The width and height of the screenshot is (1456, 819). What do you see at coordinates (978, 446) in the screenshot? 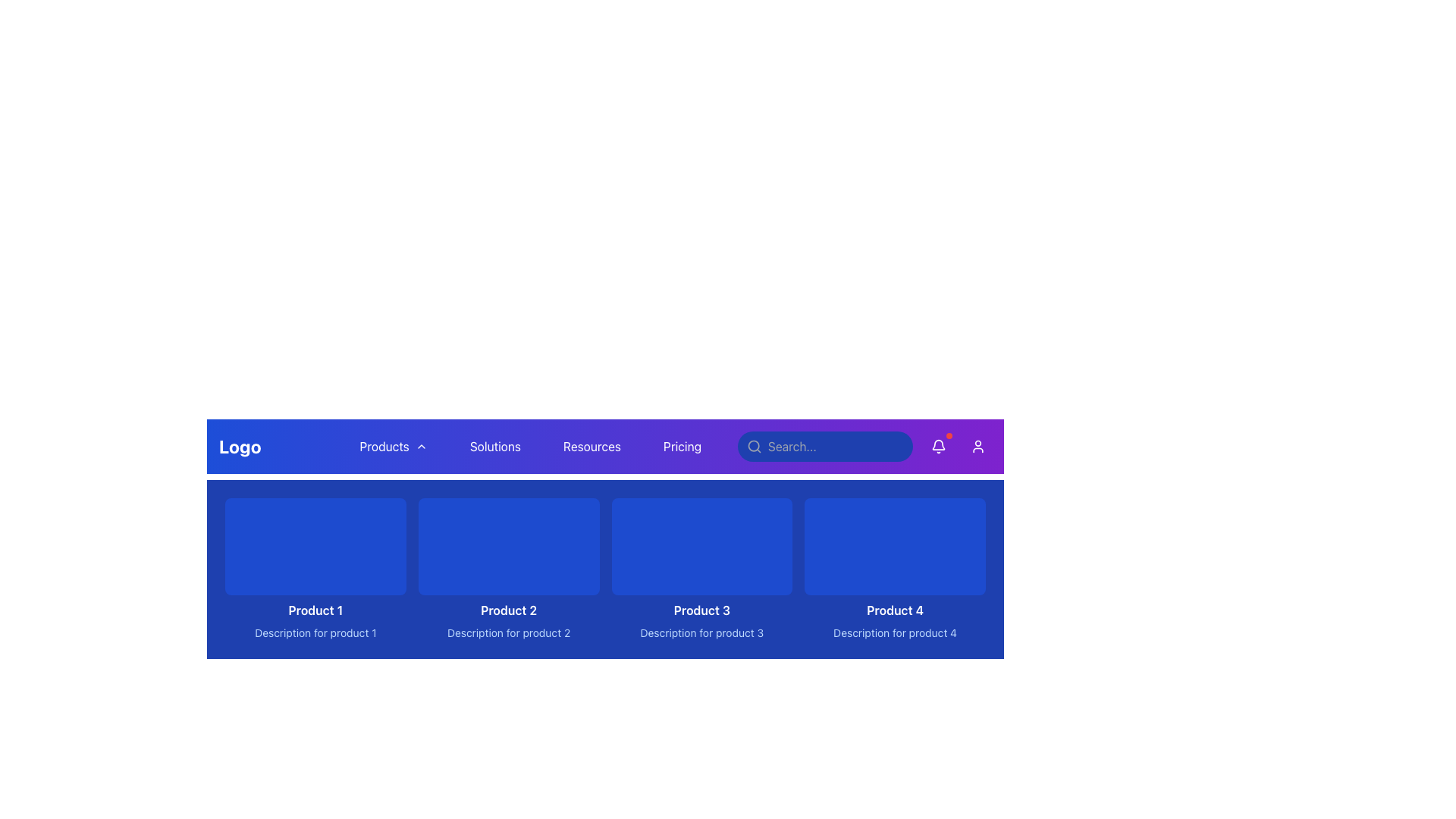
I see `the user profile SVG icon located at the top-right corner of the interface` at bounding box center [978, 446].